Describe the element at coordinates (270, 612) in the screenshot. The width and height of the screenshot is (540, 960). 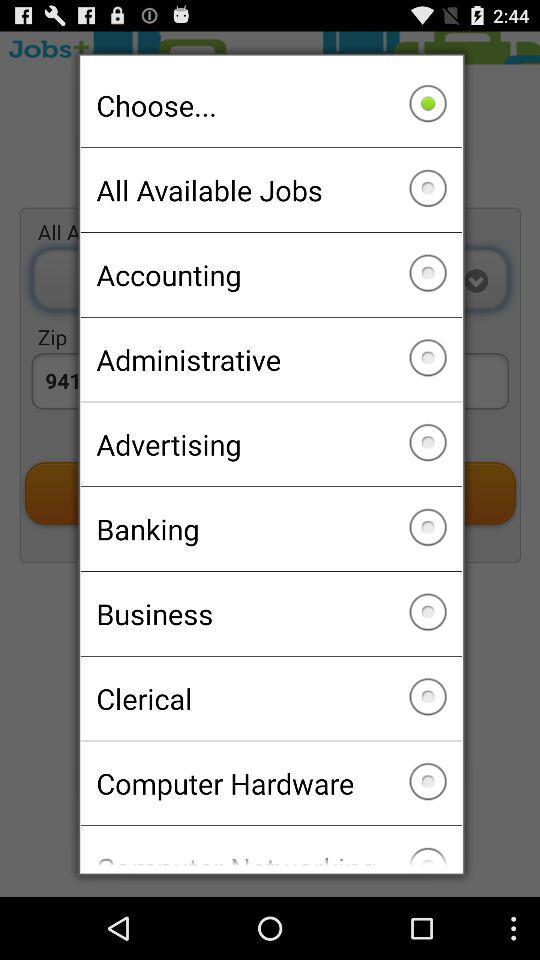
I see `the business checkbox` at that location.